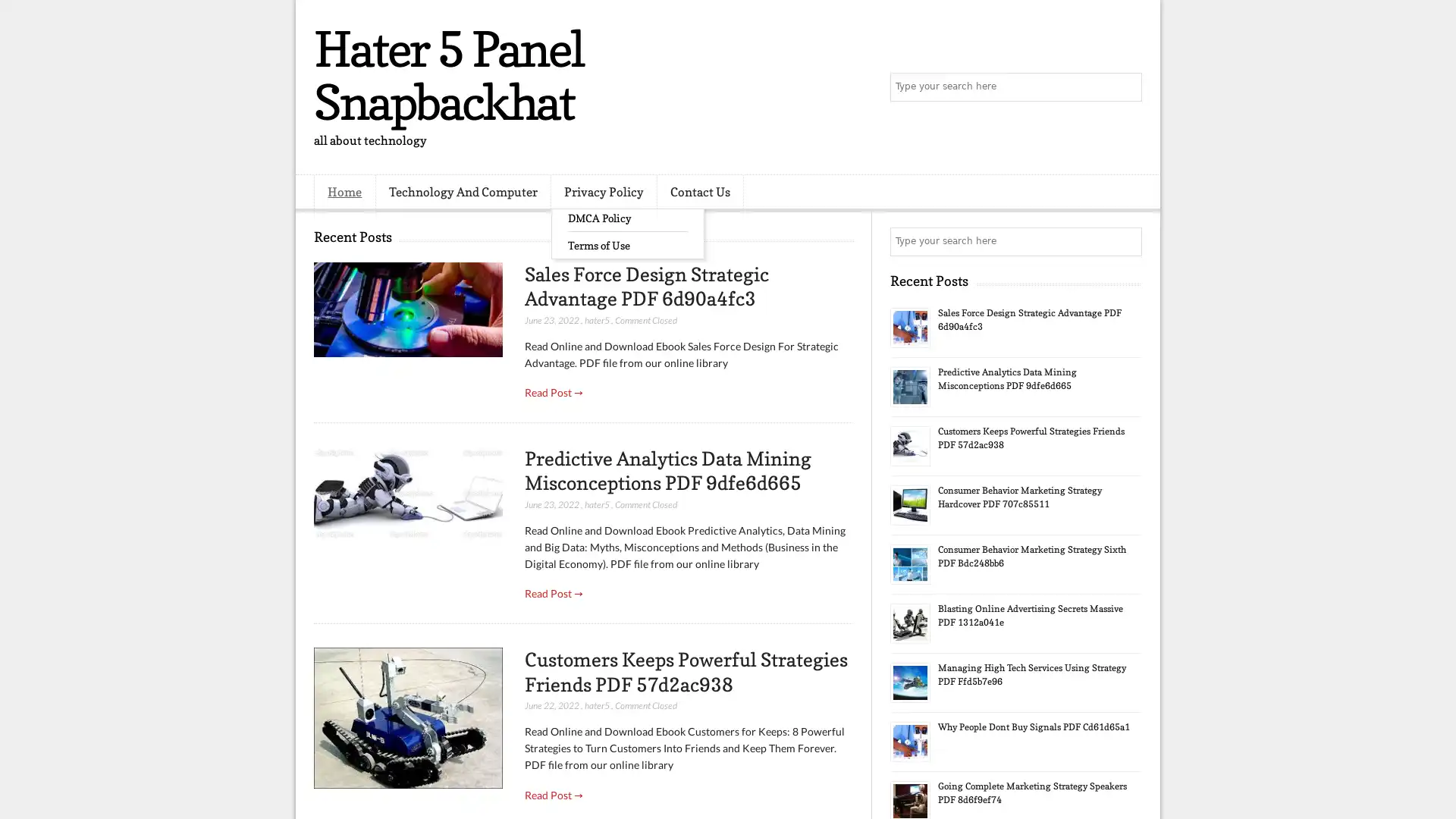  What do you see at coordinates (1126, 87) in the screenshot?
I see `Search` at bounding box center [1126, 87].